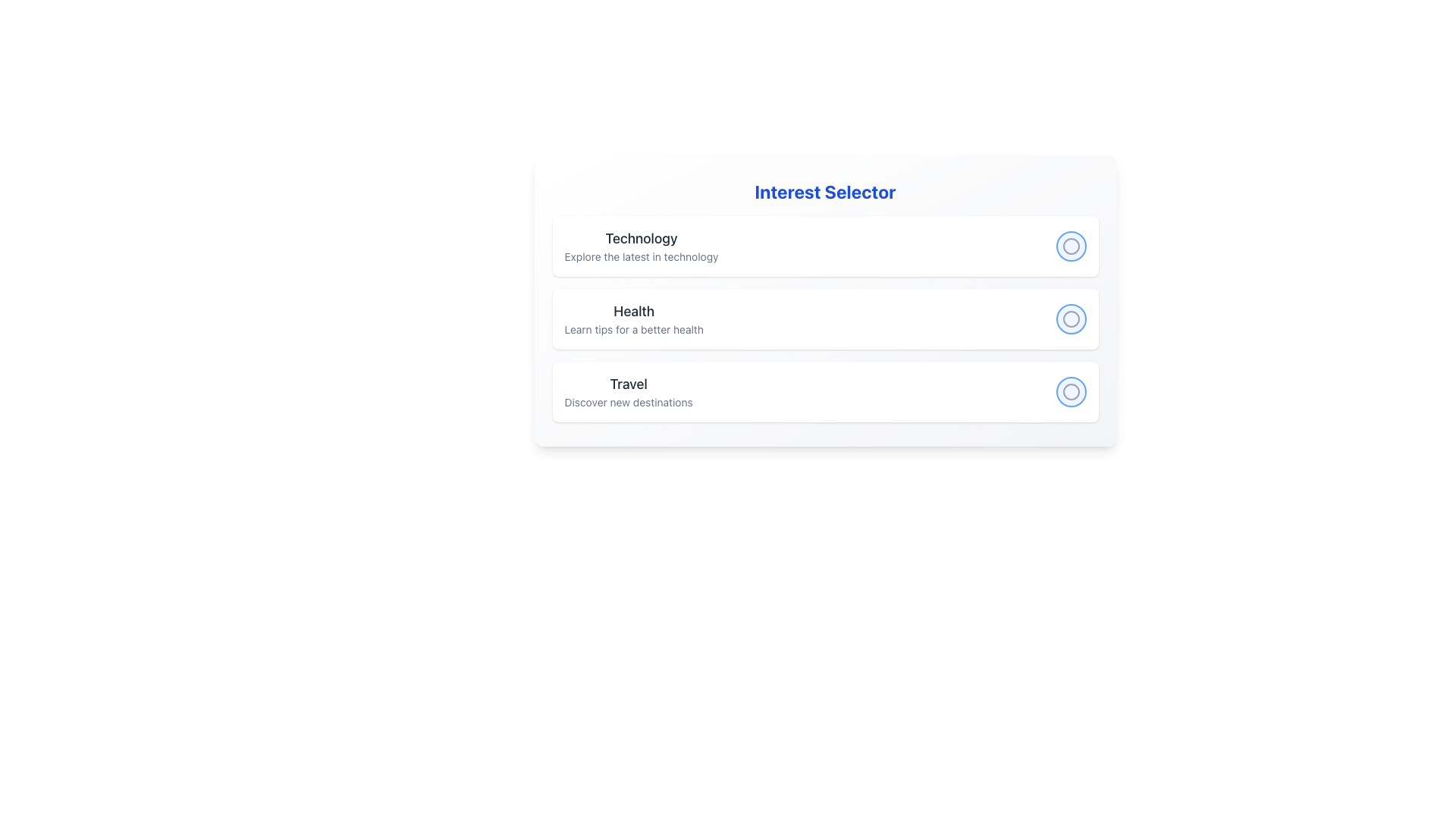 The image size is (1456, 819). What do you see at coordinates (1070, 245) in the screenshot?
I see `the central circular component of the first radio button in the 'Technology' options to select or deselect it` at bounding box center [1070, 245].